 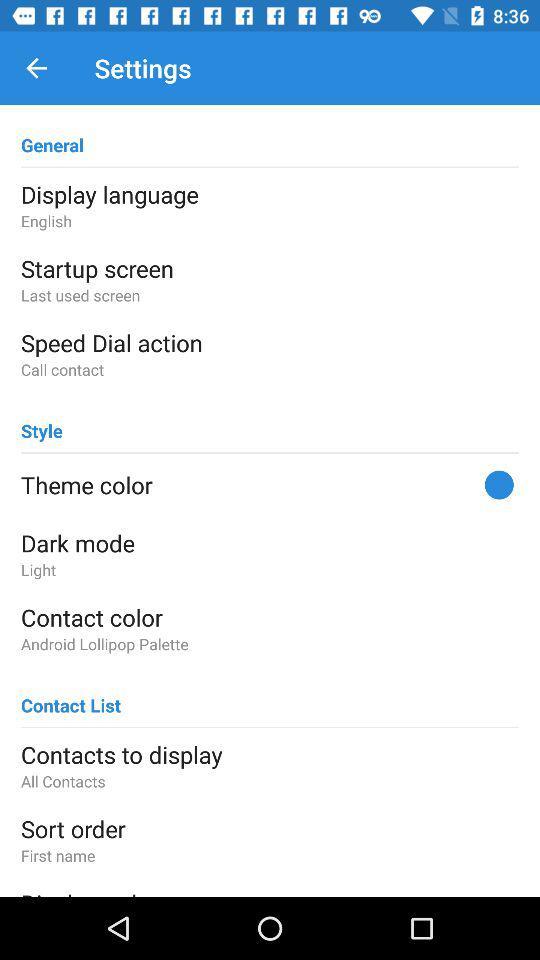 I want to click on icon above all contacts, so click(x=270, y=753).